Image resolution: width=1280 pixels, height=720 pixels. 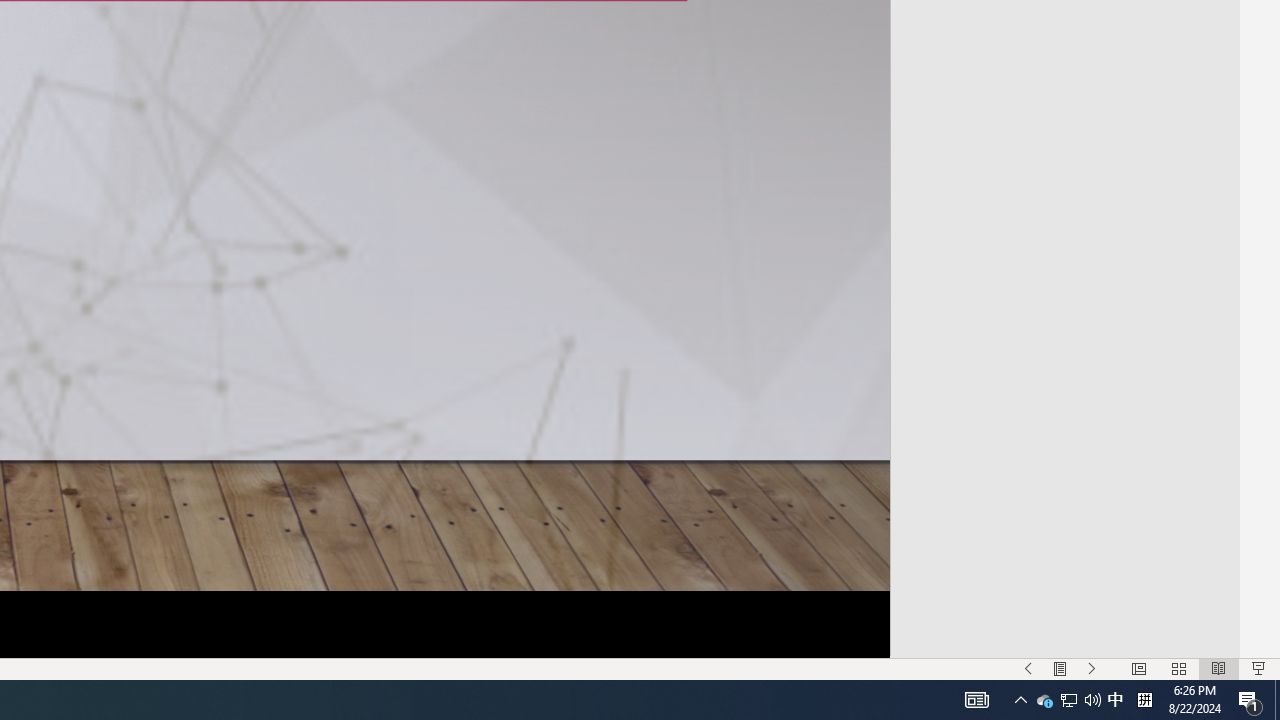 What do you see at coordinates (1059, 669) in the screenshot?
I see `'Menu On'` at bounding box center [1059, 669].